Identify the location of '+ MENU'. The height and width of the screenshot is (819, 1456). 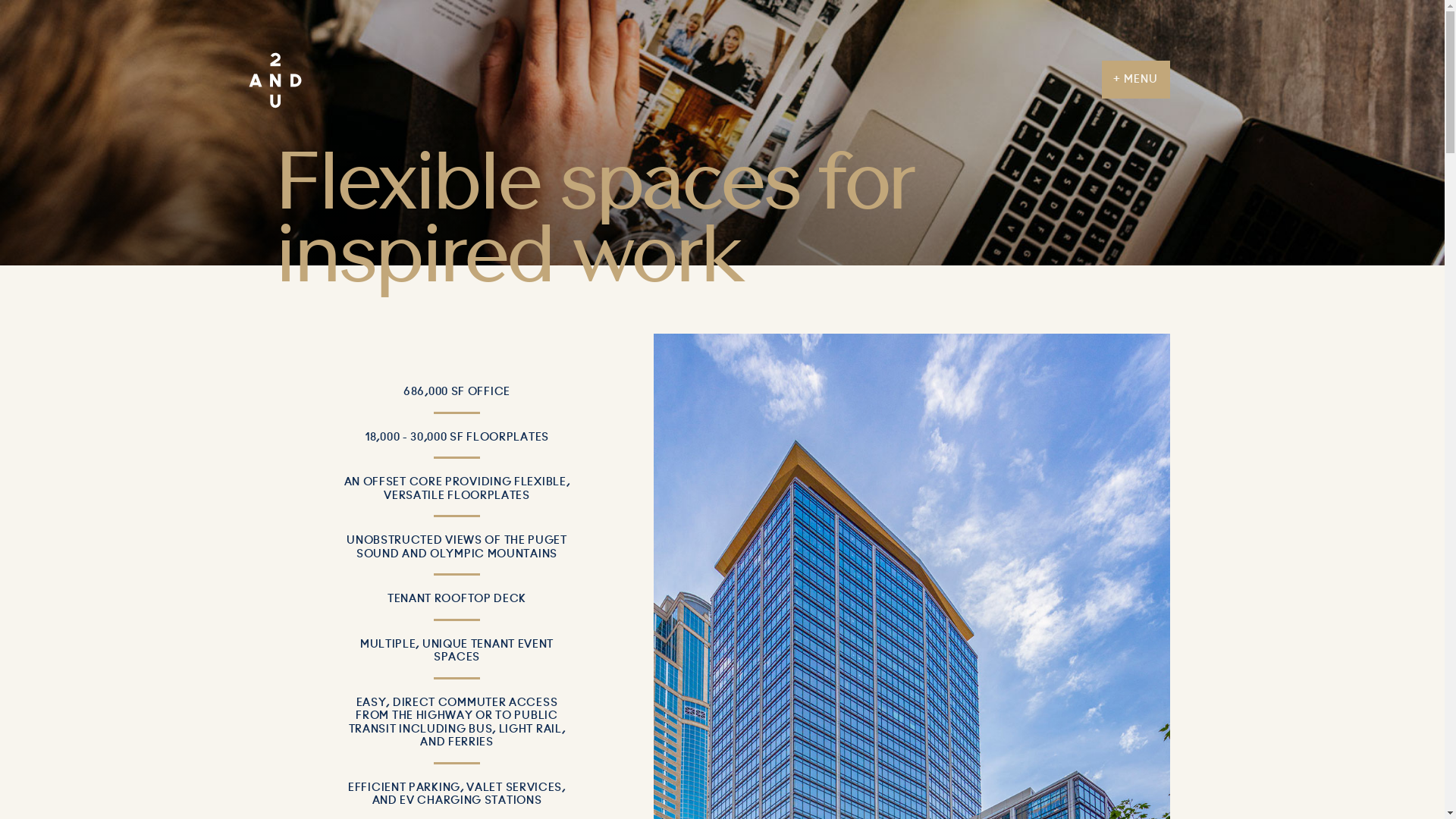
(1135, 79).